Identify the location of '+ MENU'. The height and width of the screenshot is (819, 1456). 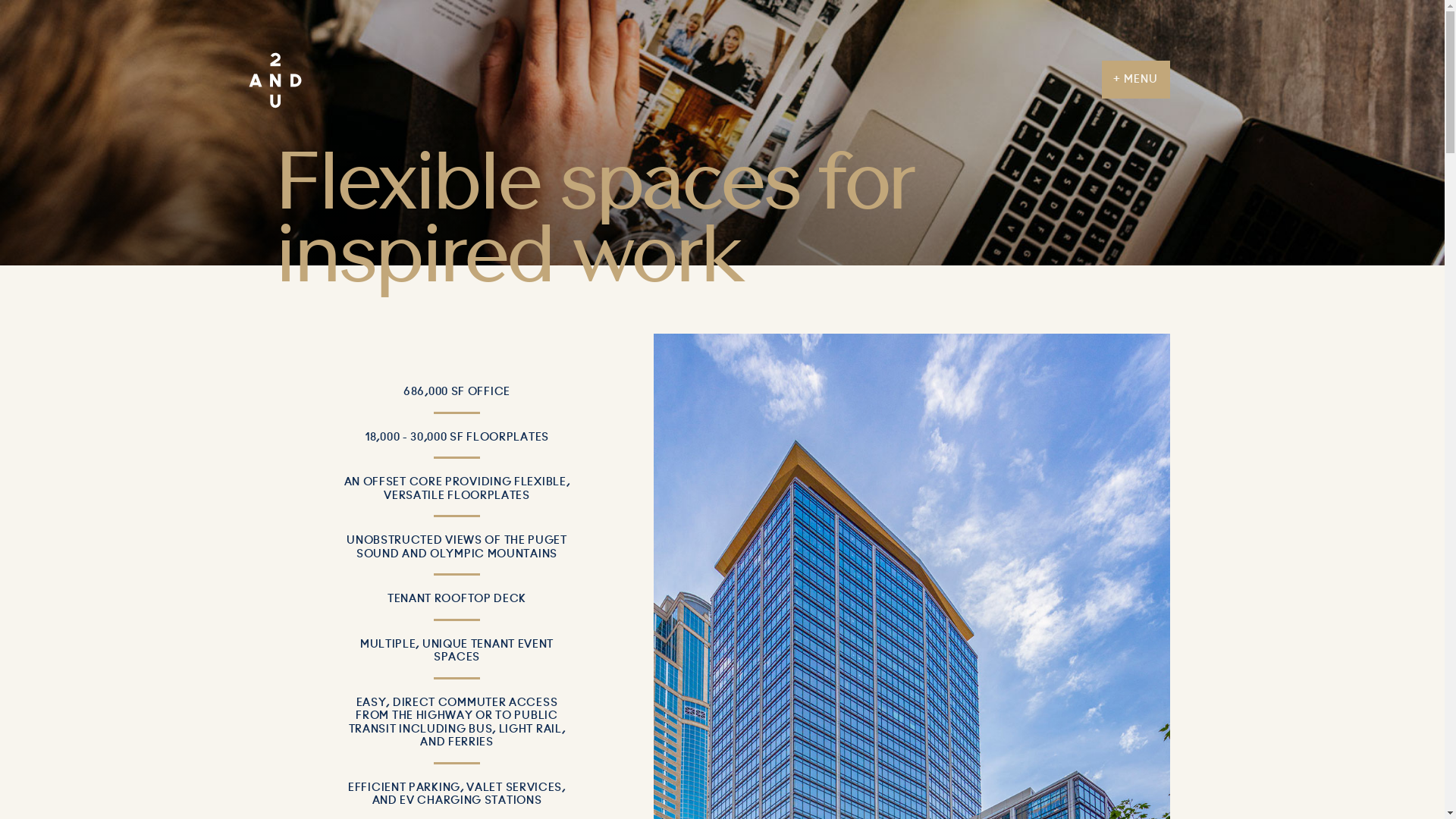
(1135, 79).